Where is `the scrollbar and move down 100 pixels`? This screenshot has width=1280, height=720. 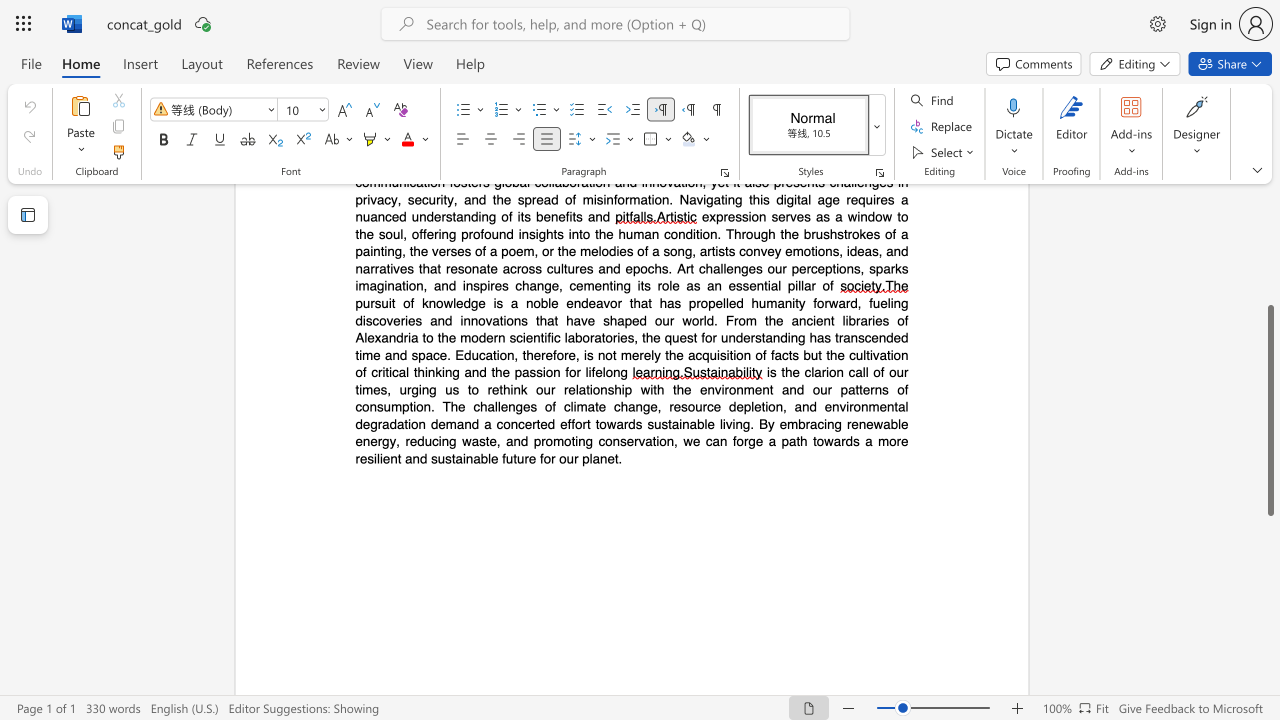 the scrollbar and move down 100 pixels is located at coordinates (1269, 409).